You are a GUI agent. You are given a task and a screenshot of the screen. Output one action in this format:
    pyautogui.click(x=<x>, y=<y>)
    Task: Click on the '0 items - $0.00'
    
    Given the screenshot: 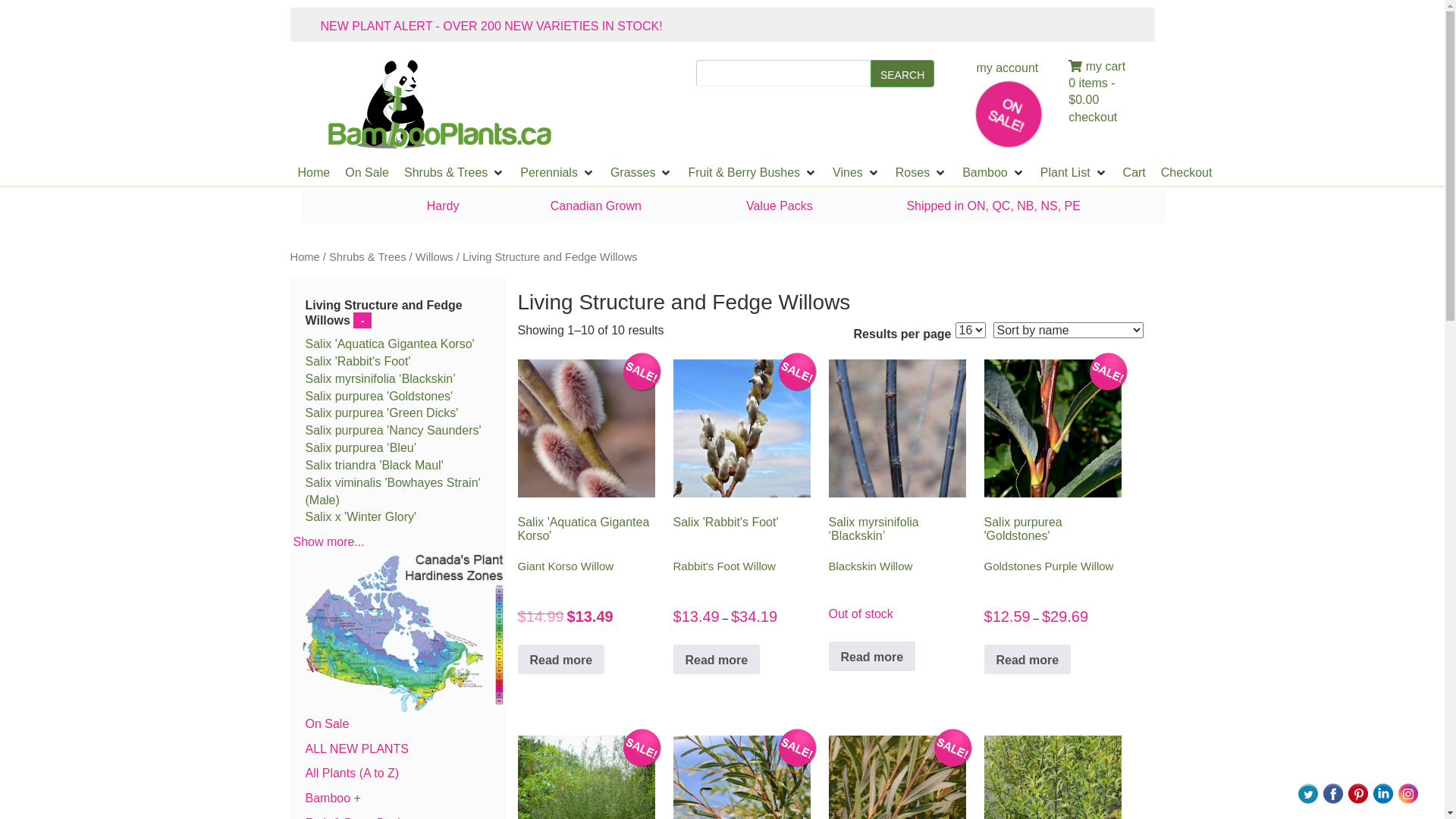 What is the action you would take?
    pyautogui.click(x=1090, y=91)
    